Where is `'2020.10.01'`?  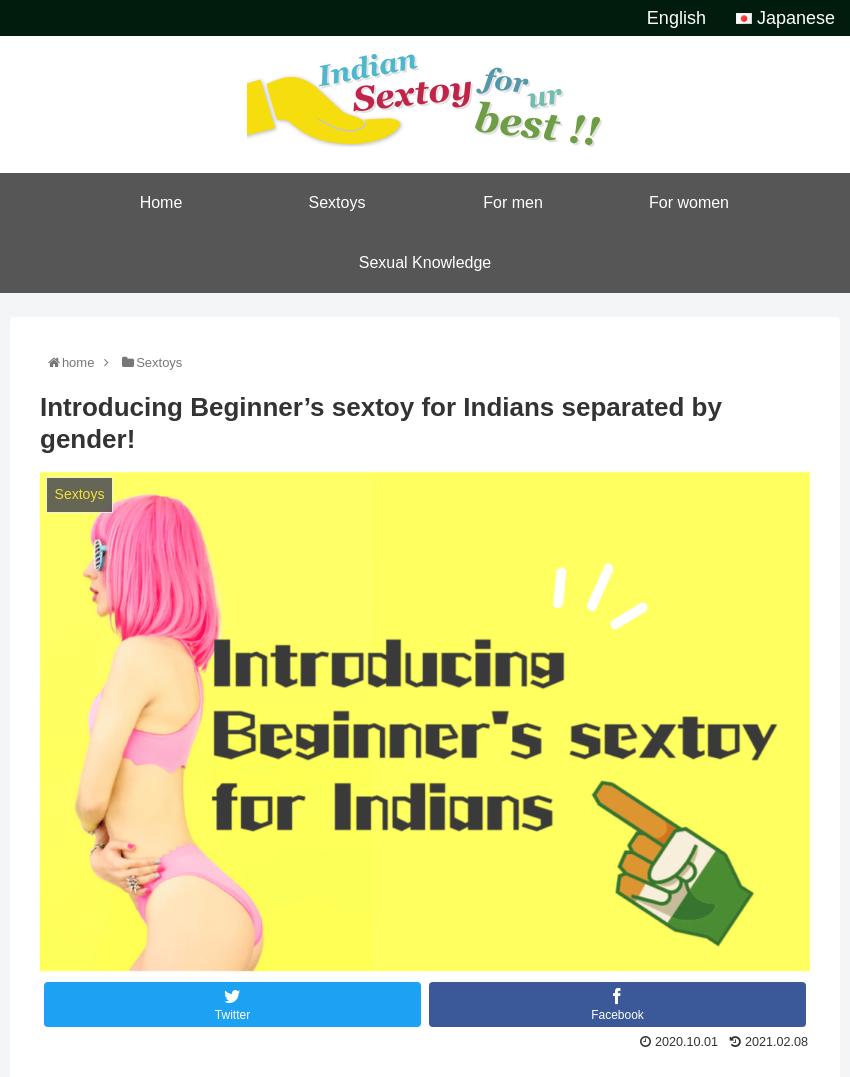
'2020.10.01' is located at coordinates (684, 1041).